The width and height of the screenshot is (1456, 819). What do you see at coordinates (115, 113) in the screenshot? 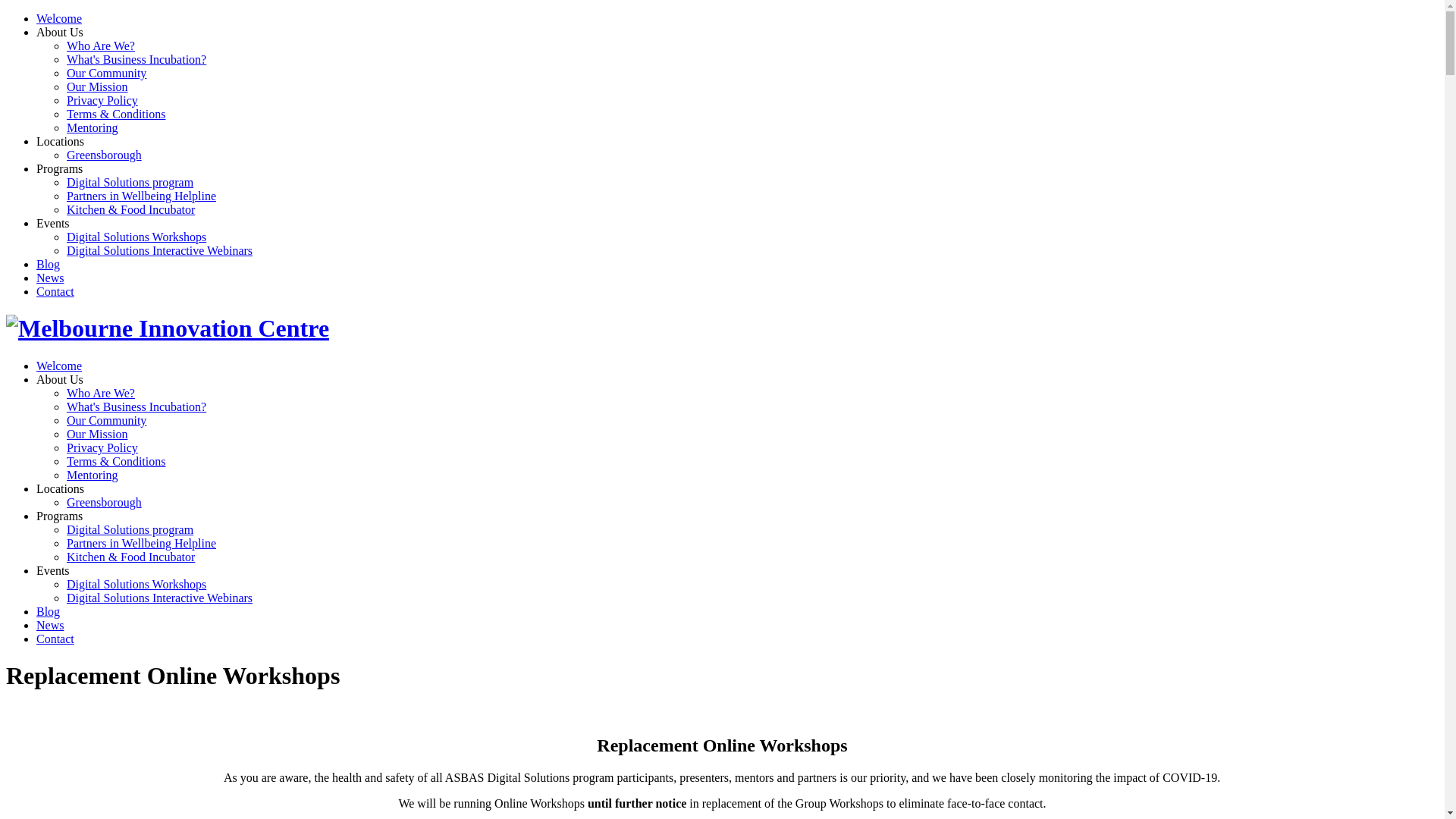
I see `'Terms & Conditions'` at bounding box center [115, 113].